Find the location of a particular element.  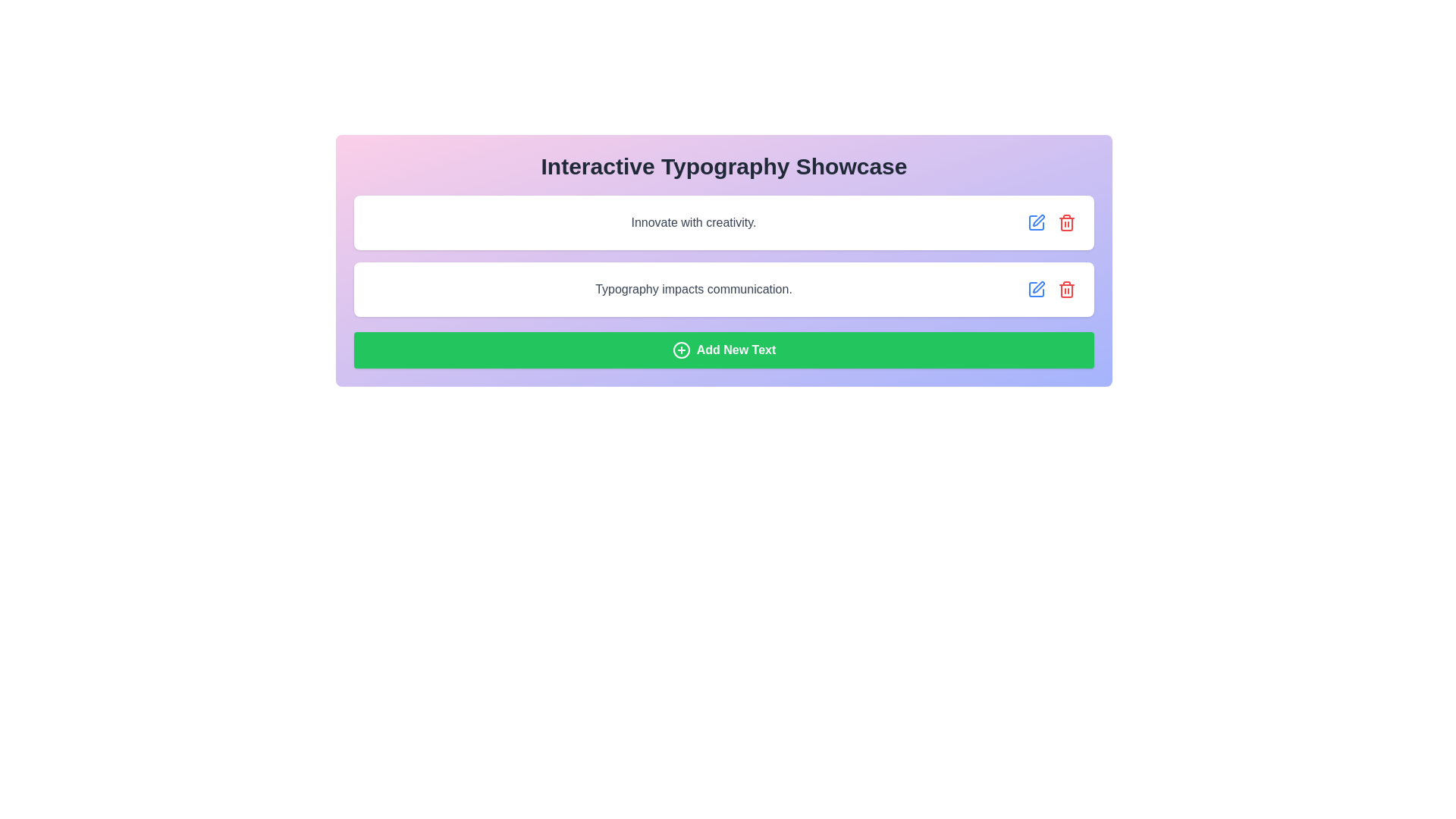

the pen-like icon button located on the right side of the text block labeled 'Typography impacts communication.' is located at coordinates (1037, 287).